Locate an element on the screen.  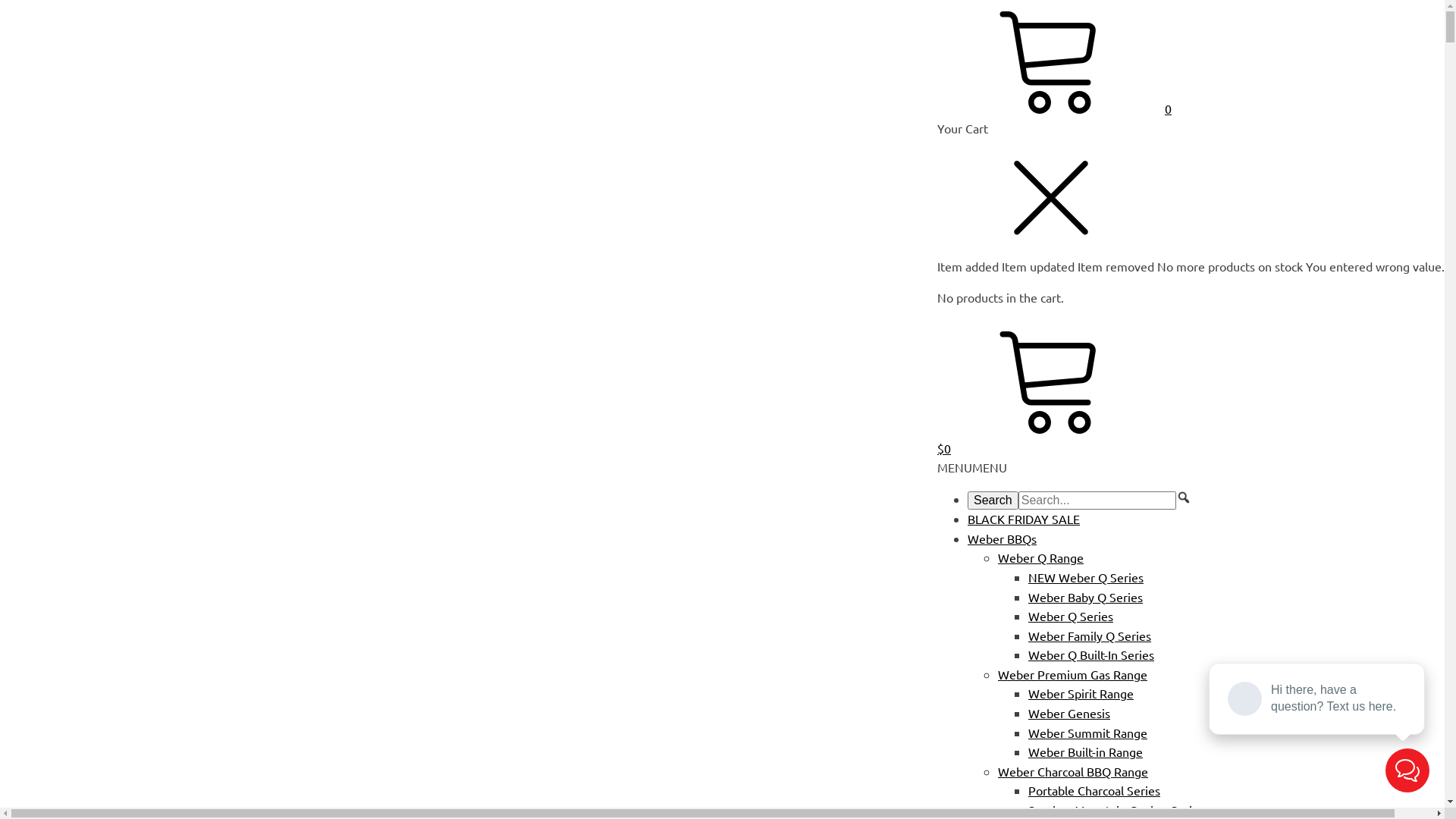
'Weber Summit Range' is located at coordinates (1087, 731).